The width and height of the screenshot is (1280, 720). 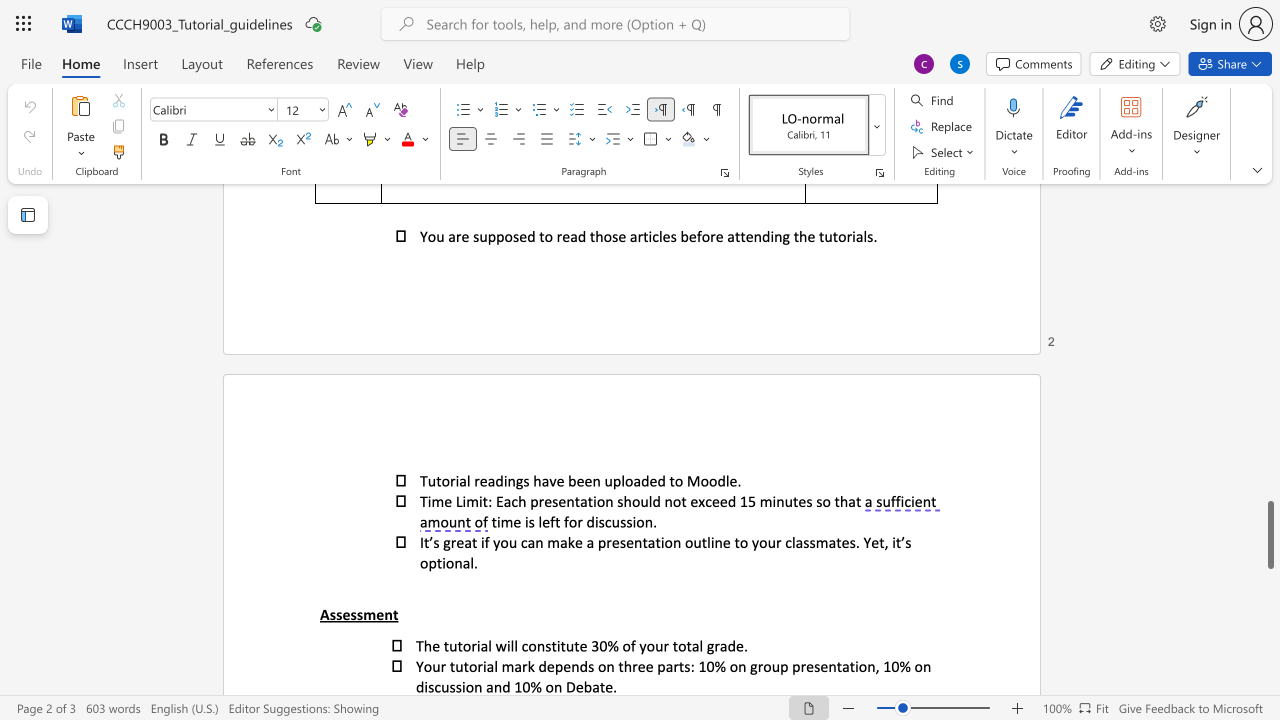 I want to click on the scrollbar on the right to shift the page higher, so click(x=1269, y=300).